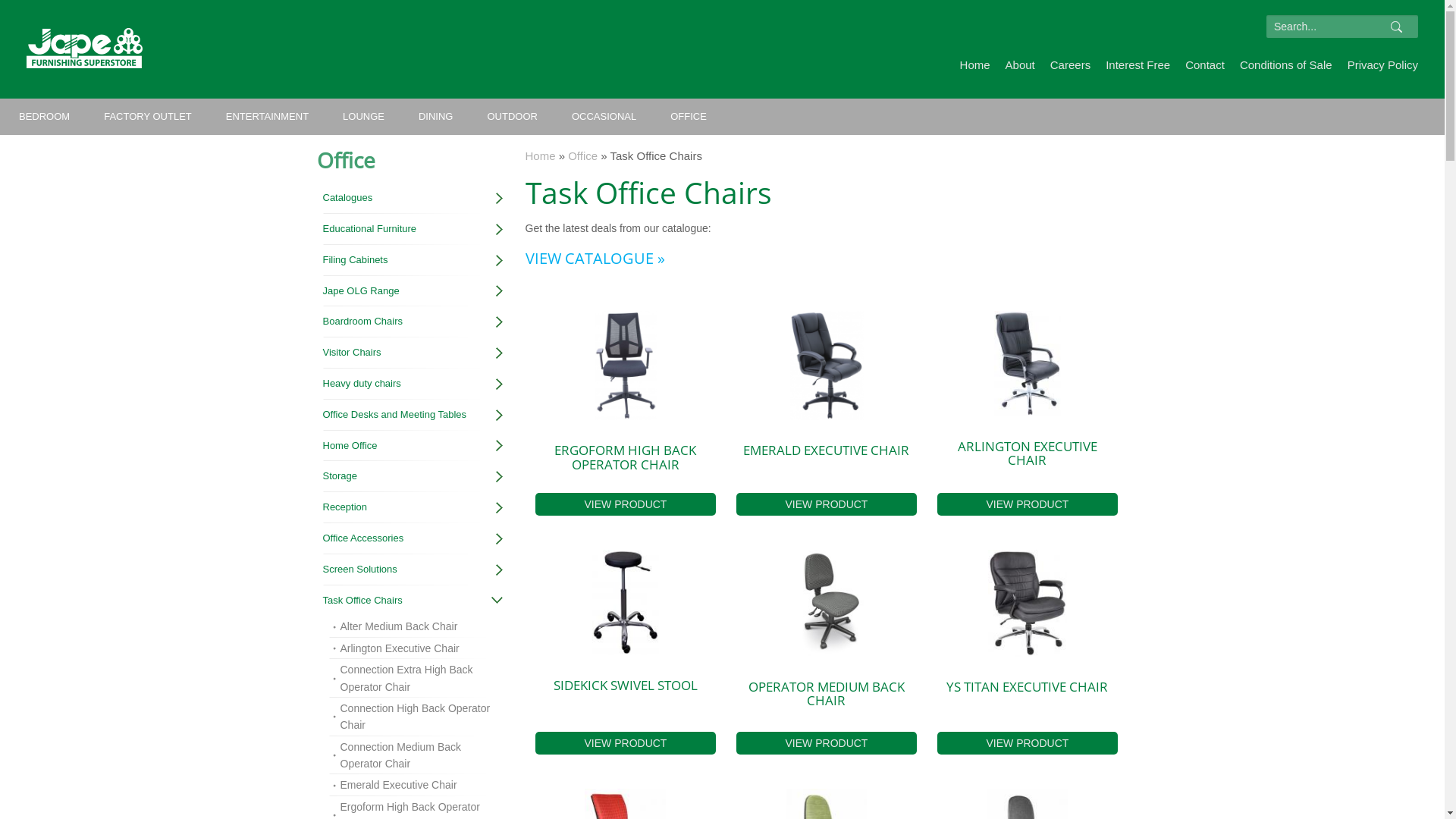 This screenshot has width=1456, height=819. What do you see at coordinates (1240, 64) in the screenshot?
I see `'Conditions of Sale'` at bounding box center [1240, 64].